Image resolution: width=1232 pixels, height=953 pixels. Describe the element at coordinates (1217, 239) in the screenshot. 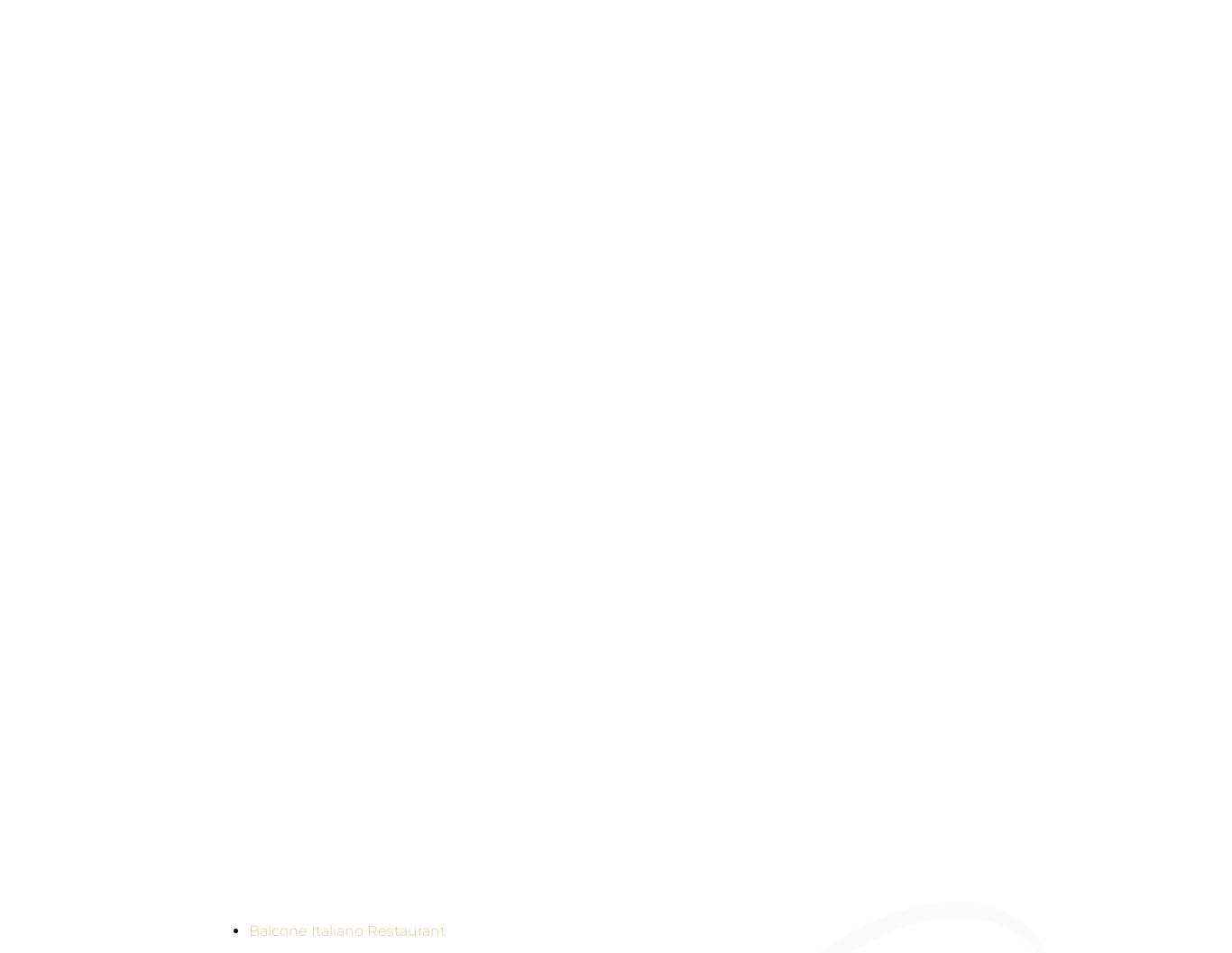

I see `'VOUCHERS'` at that location.